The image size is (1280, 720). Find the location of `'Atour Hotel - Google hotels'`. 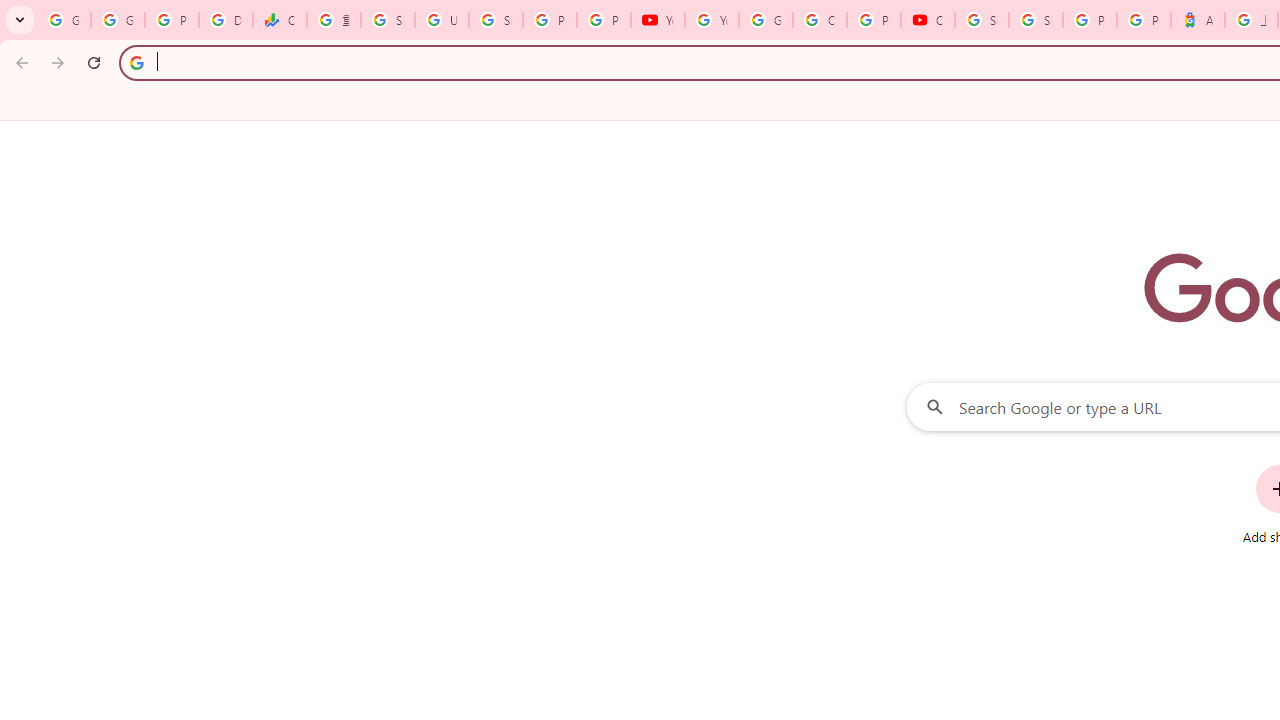

'Atour Hotel - Google hotels' is located at coordinates (1198, 20).